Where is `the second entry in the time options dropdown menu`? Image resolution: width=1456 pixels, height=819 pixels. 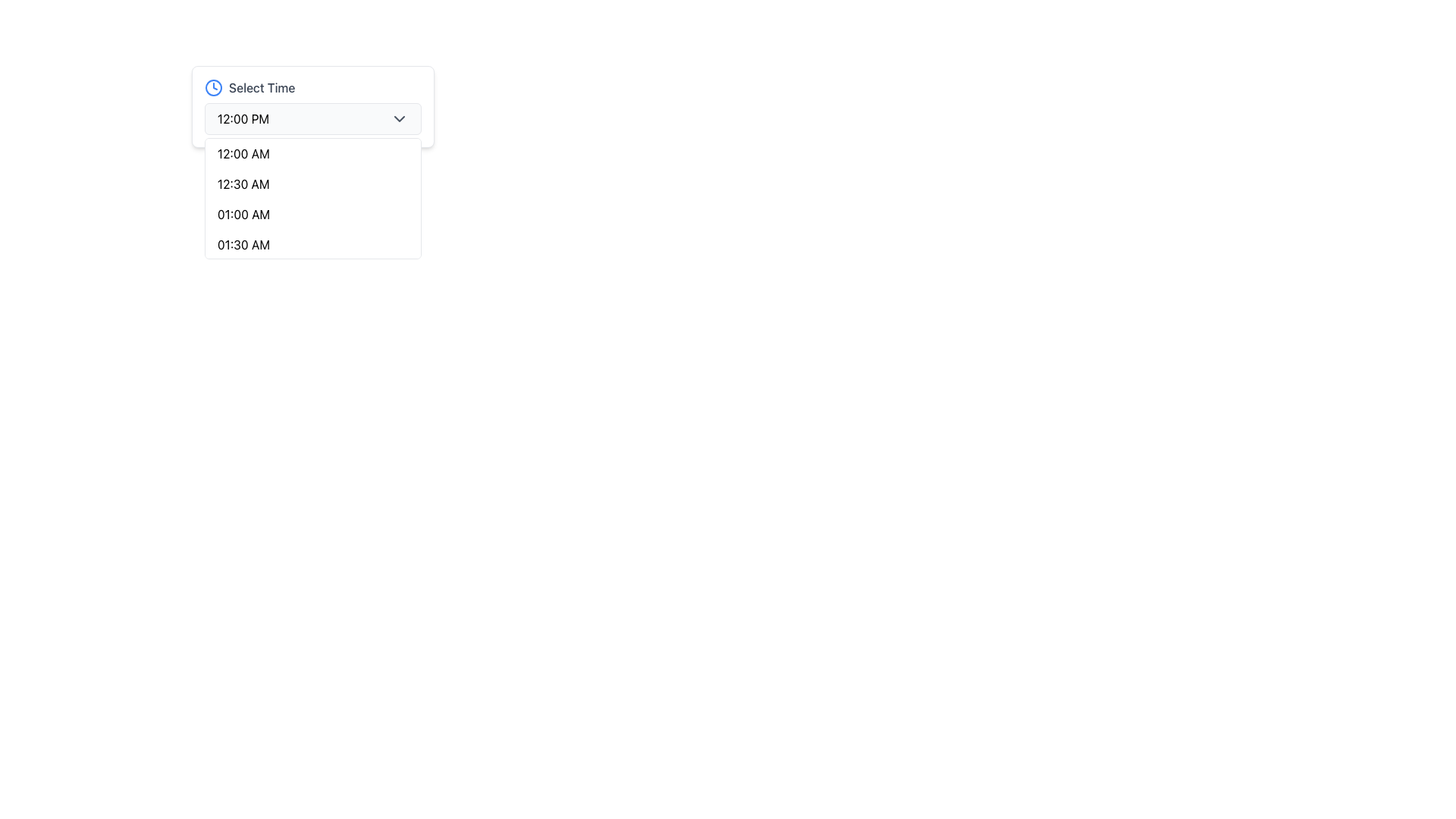 the second entry in the time options dropdown menu is located at coordinates (312, 184).